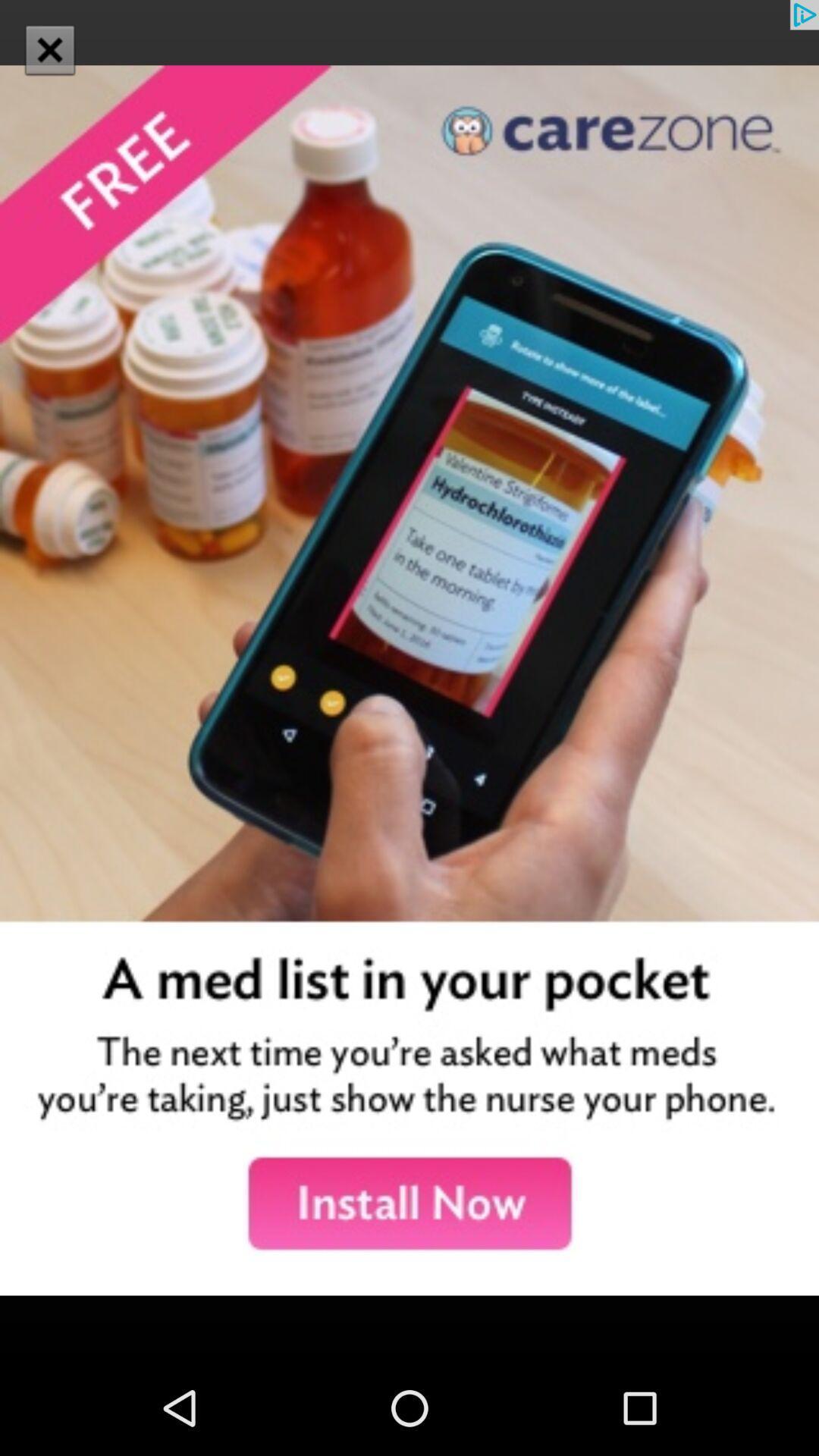 The height and width of the screenshot is (1456, 819). What do you see at coordinates (49, 53) in the screenshot?
I see `the close icon` at bounding box center [49, 53].